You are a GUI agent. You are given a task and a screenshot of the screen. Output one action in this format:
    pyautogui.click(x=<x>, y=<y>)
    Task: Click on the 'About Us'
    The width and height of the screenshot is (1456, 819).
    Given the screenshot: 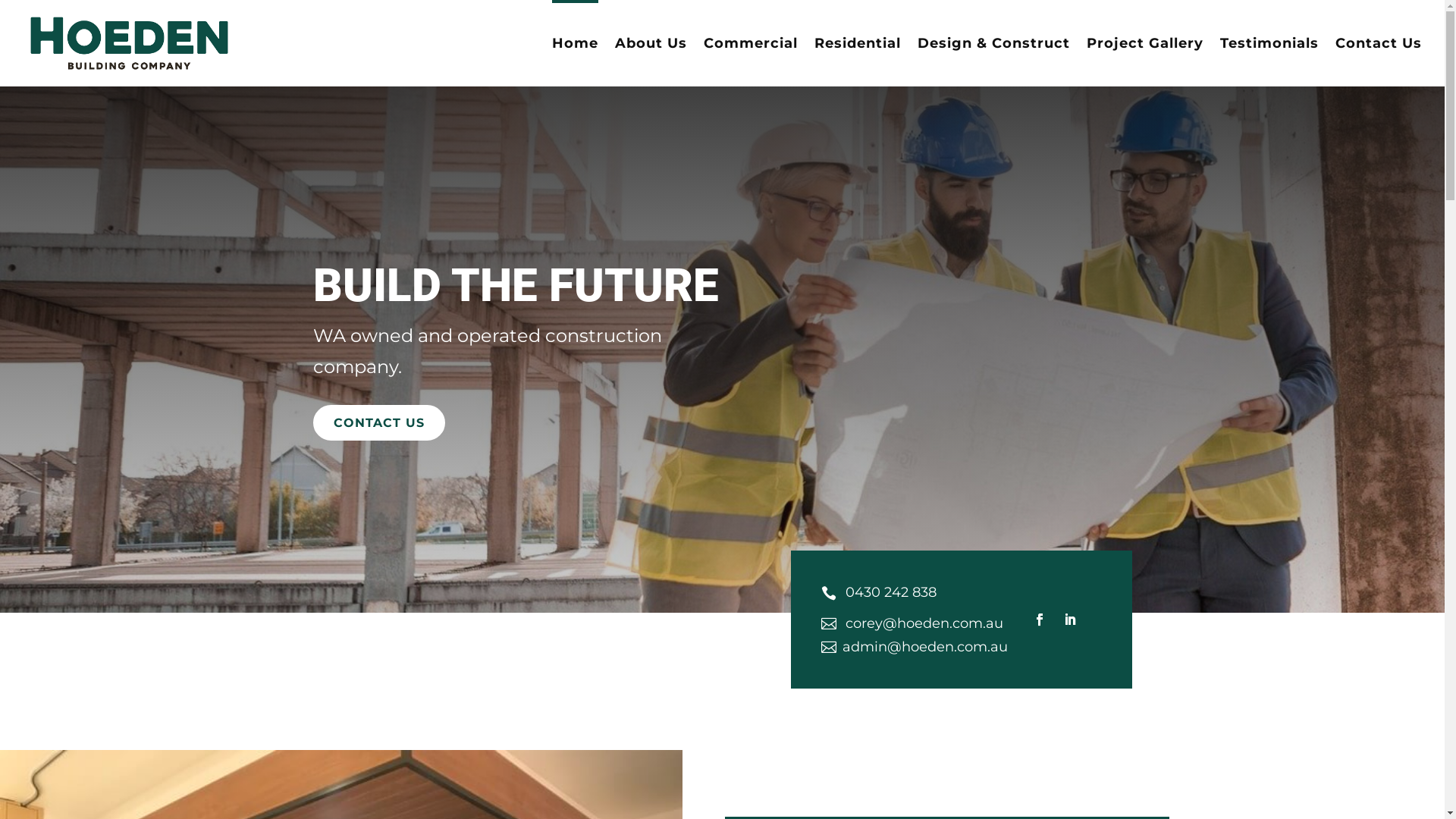 What is the action you would take?
    pyautogui.click(x=651, y=61)
    